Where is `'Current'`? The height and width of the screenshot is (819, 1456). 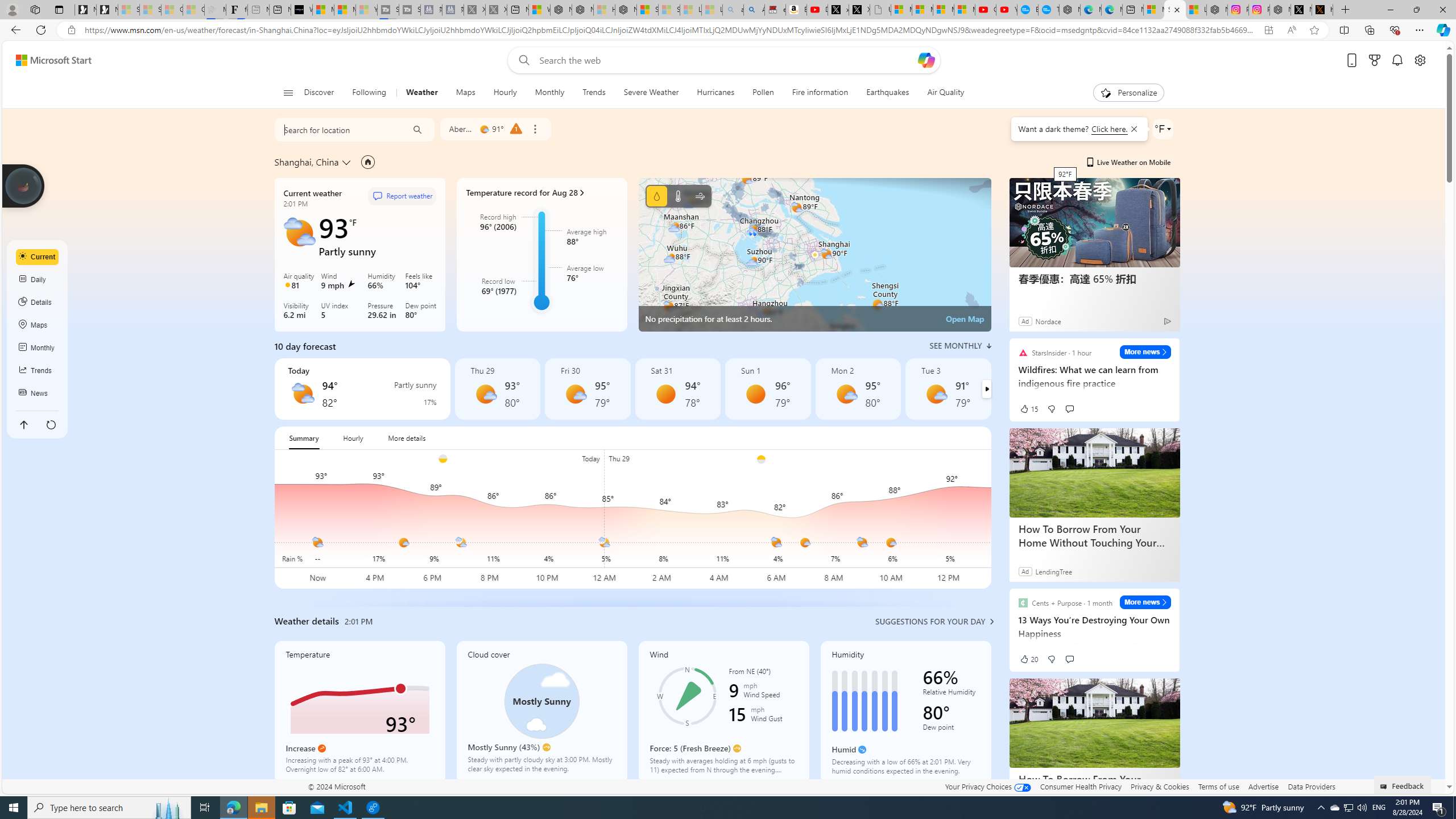
'Current' is located at coordinates (37, 257).